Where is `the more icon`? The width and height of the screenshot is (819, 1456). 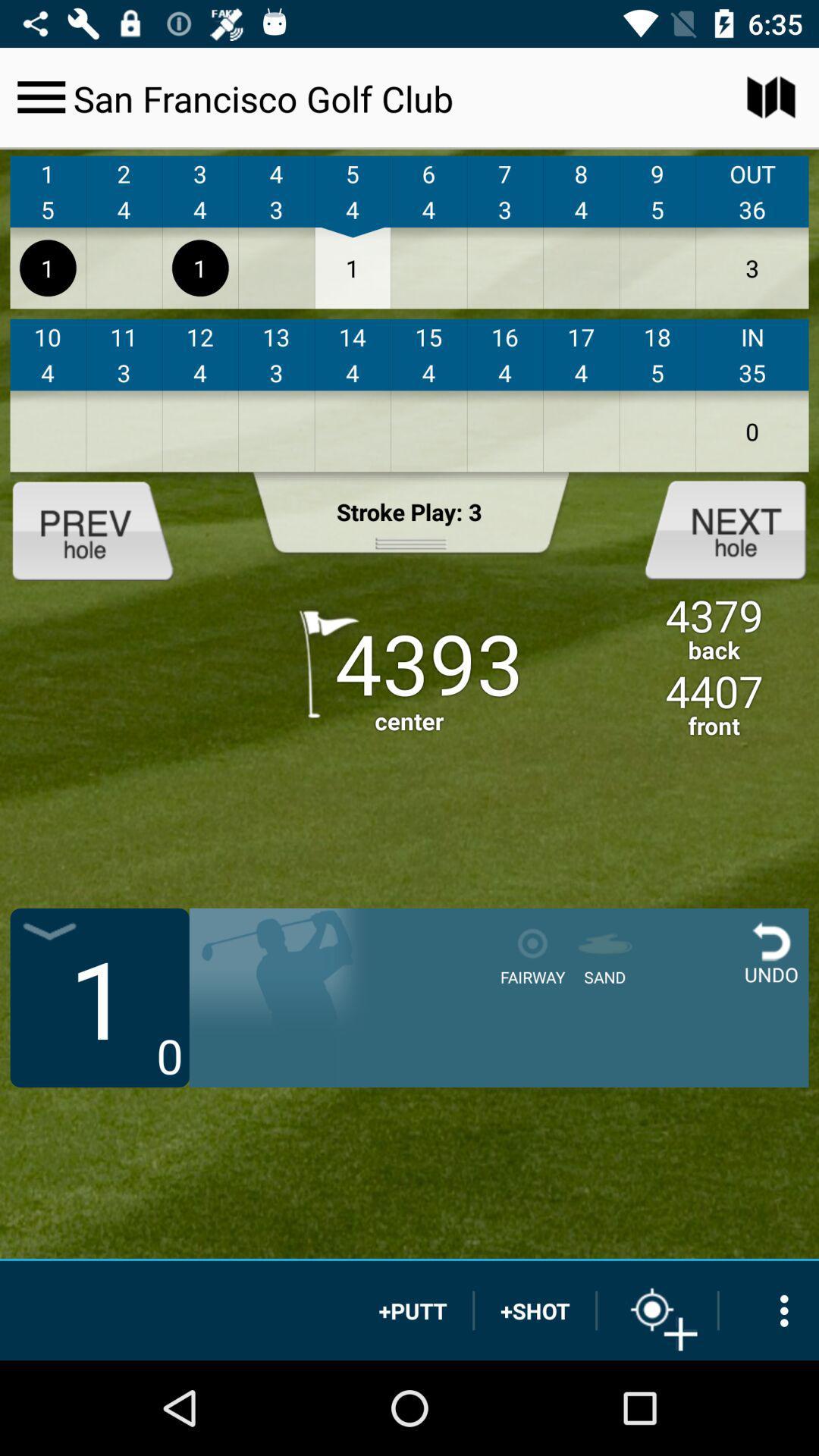
the more icon is located at coordinates (769, 1310).